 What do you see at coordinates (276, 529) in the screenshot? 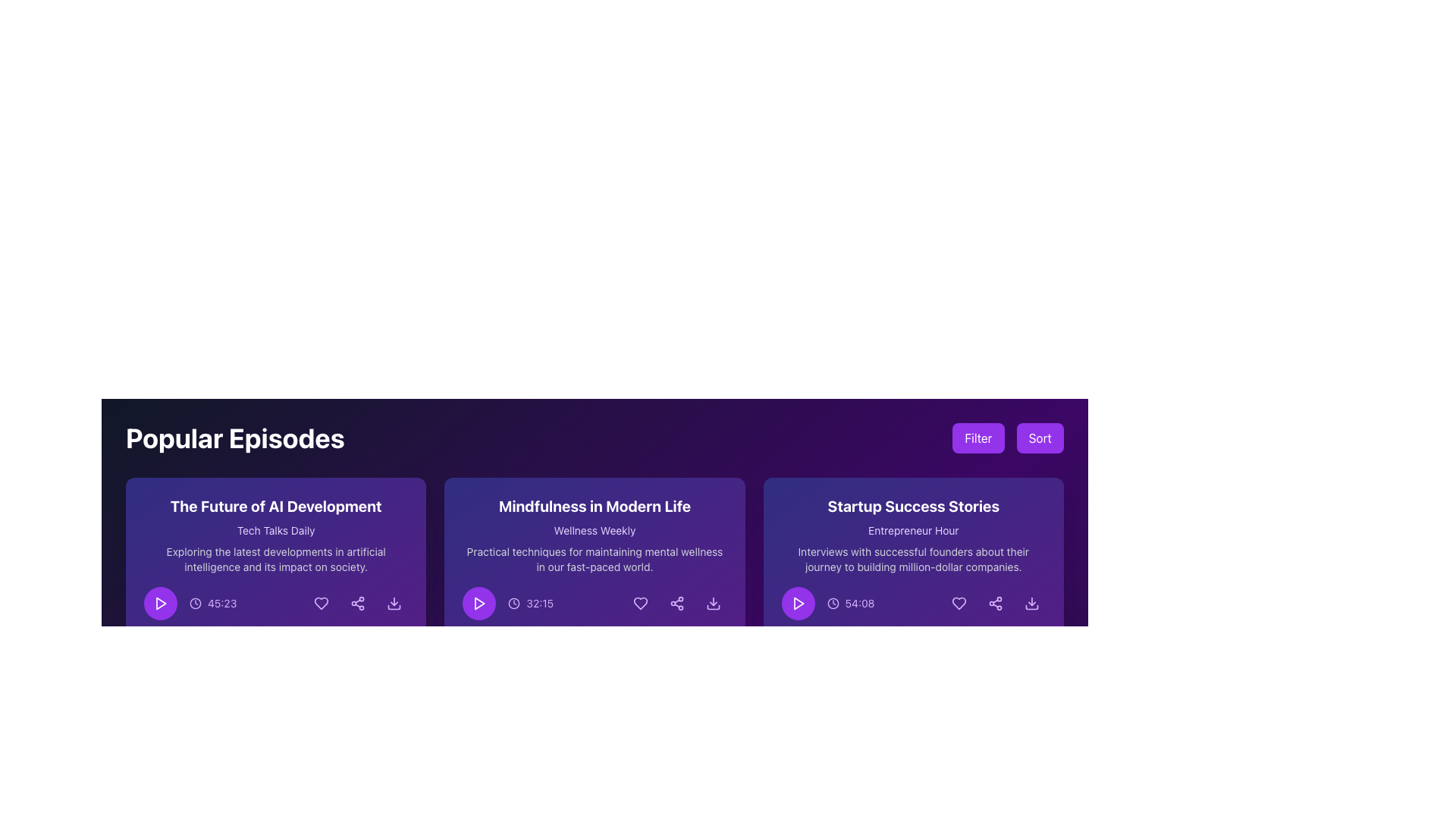
I see `the label displaying 'Tech Talks Daily' which is styled in a small-sized font with light purple color, located beneath the title 'The Future of AI Development' and above the descriptive paragraph` at bounding box center [276, 529].